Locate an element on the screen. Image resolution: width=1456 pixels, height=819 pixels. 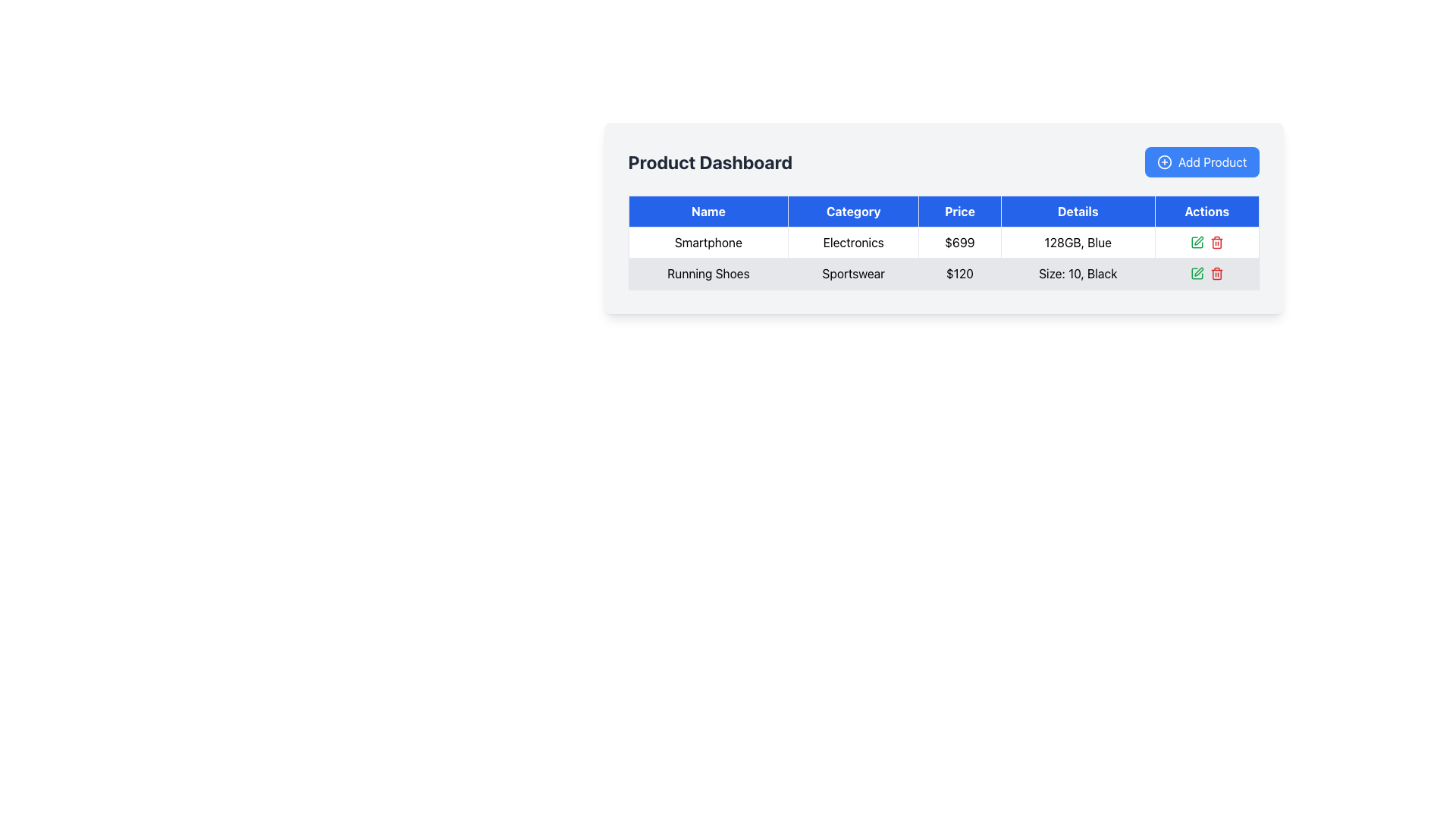
the table row containing data about a smartphone and running shoes, which is located under the headers 'Name', 'Category', 'Price', 'Details', and 'Actions' is located at coordinates (943, 257).